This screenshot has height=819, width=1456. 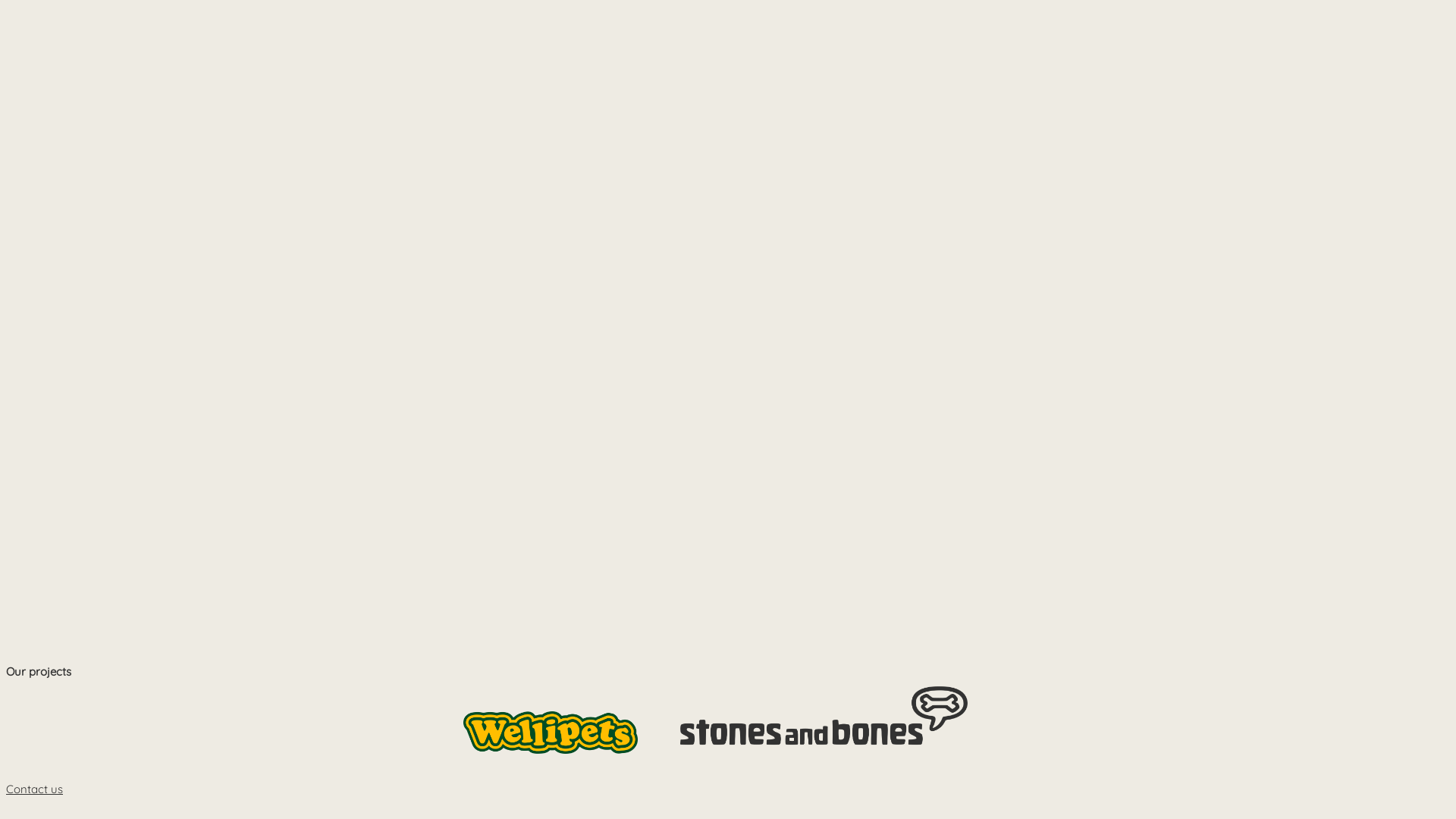 What do you see at coordinates (34, 788) in the screenshot?
I see `'Contact us'` at bounding box center [34, 788].